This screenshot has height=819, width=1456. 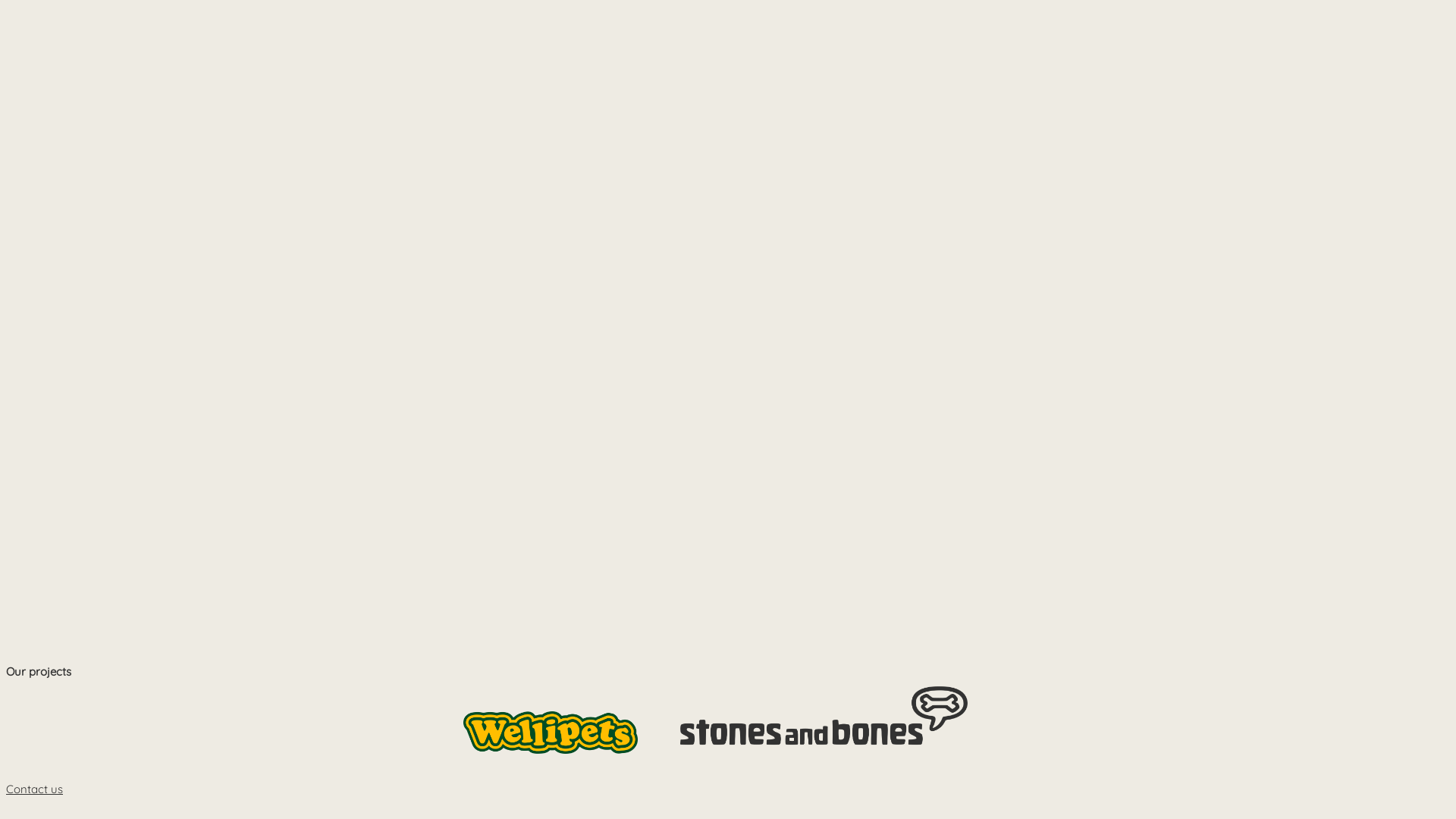 What do you see at coordinates (34, 788) in the screenshot?
I see `'Contact us'` at bounding box center [34, 788].